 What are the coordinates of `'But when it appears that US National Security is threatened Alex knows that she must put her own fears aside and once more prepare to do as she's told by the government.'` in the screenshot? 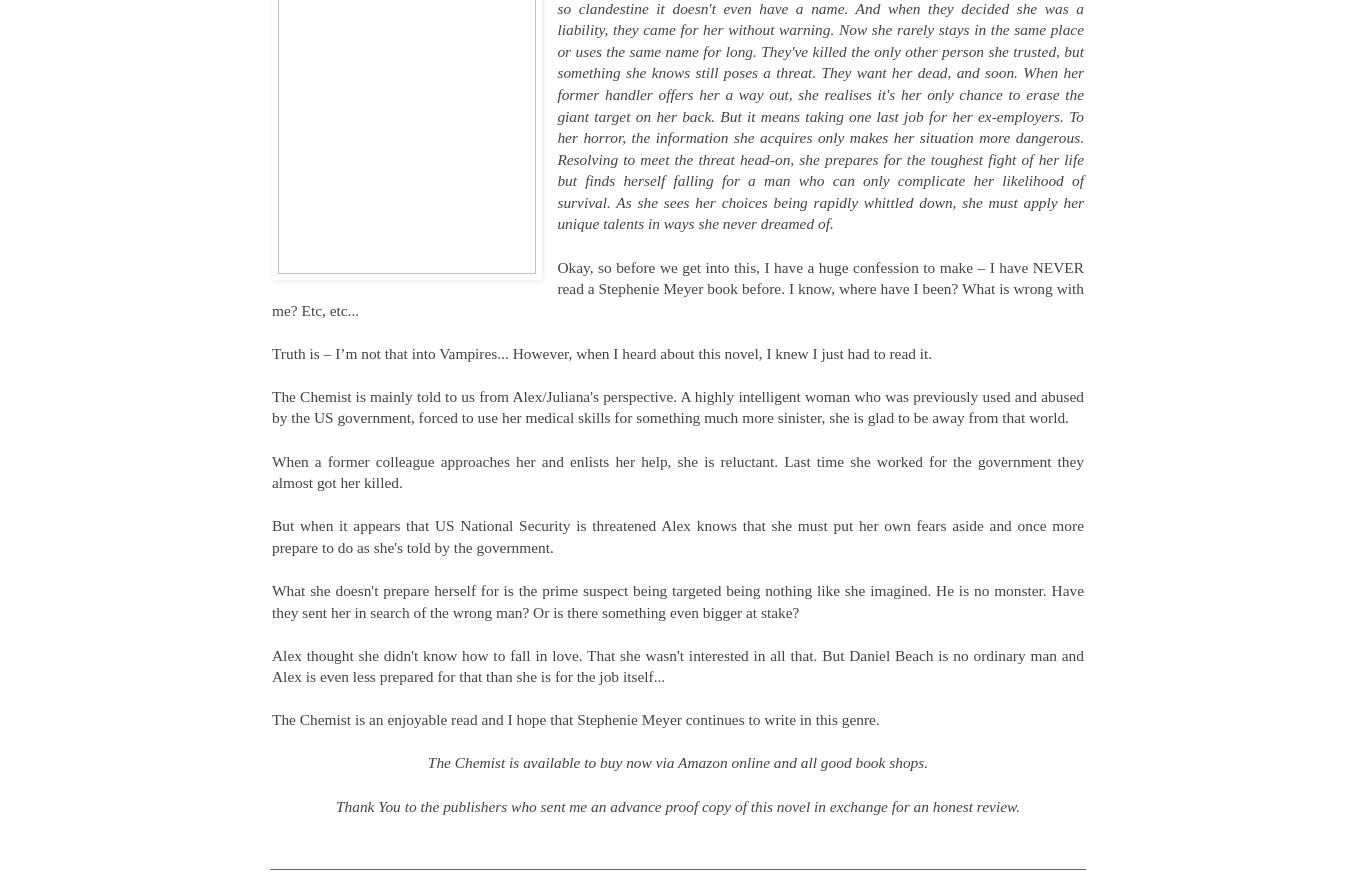 It's located at (677, 536).